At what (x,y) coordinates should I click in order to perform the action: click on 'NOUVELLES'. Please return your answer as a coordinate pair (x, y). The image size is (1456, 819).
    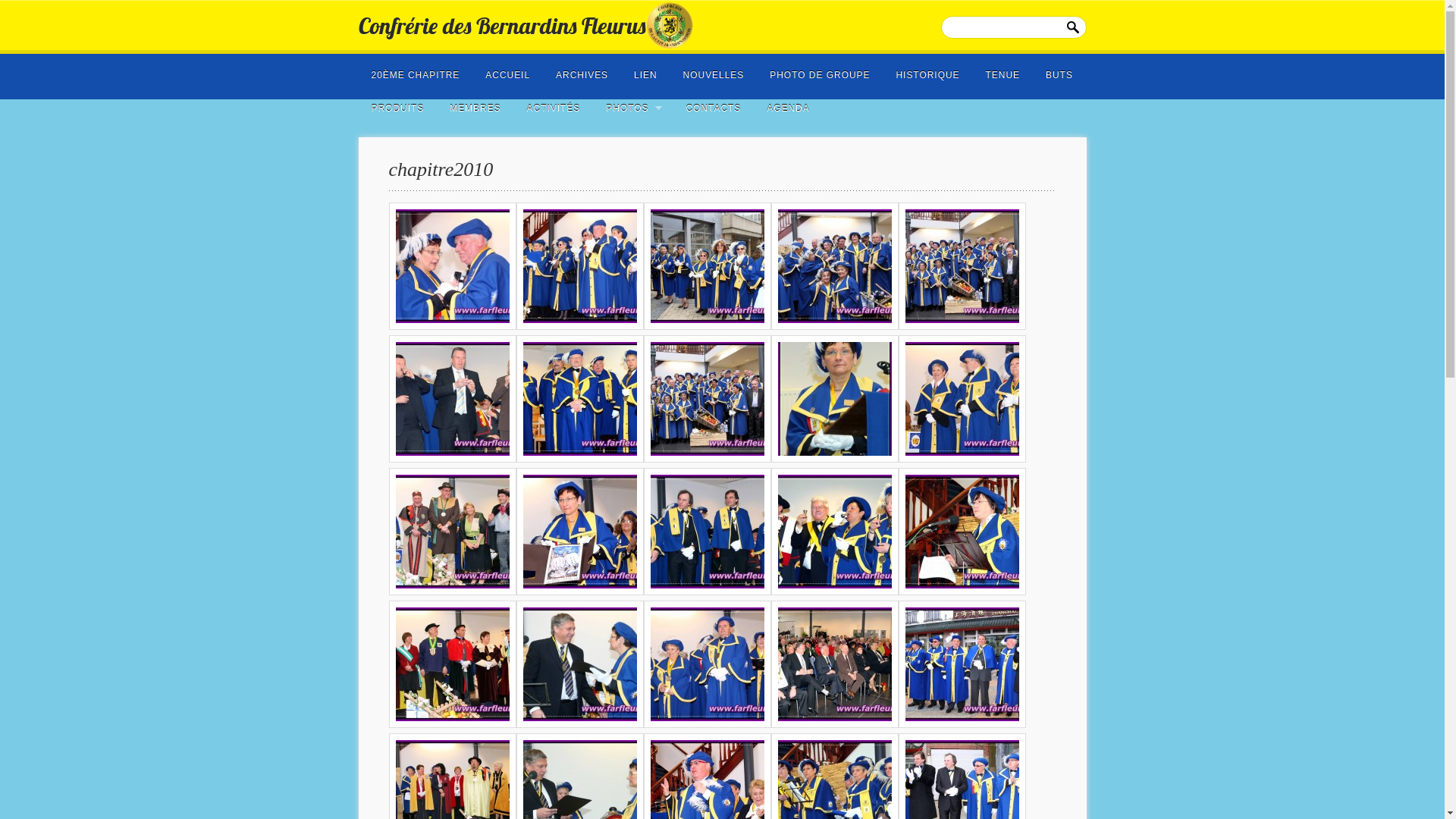
    Looking at the image, I should click on (673, 70).